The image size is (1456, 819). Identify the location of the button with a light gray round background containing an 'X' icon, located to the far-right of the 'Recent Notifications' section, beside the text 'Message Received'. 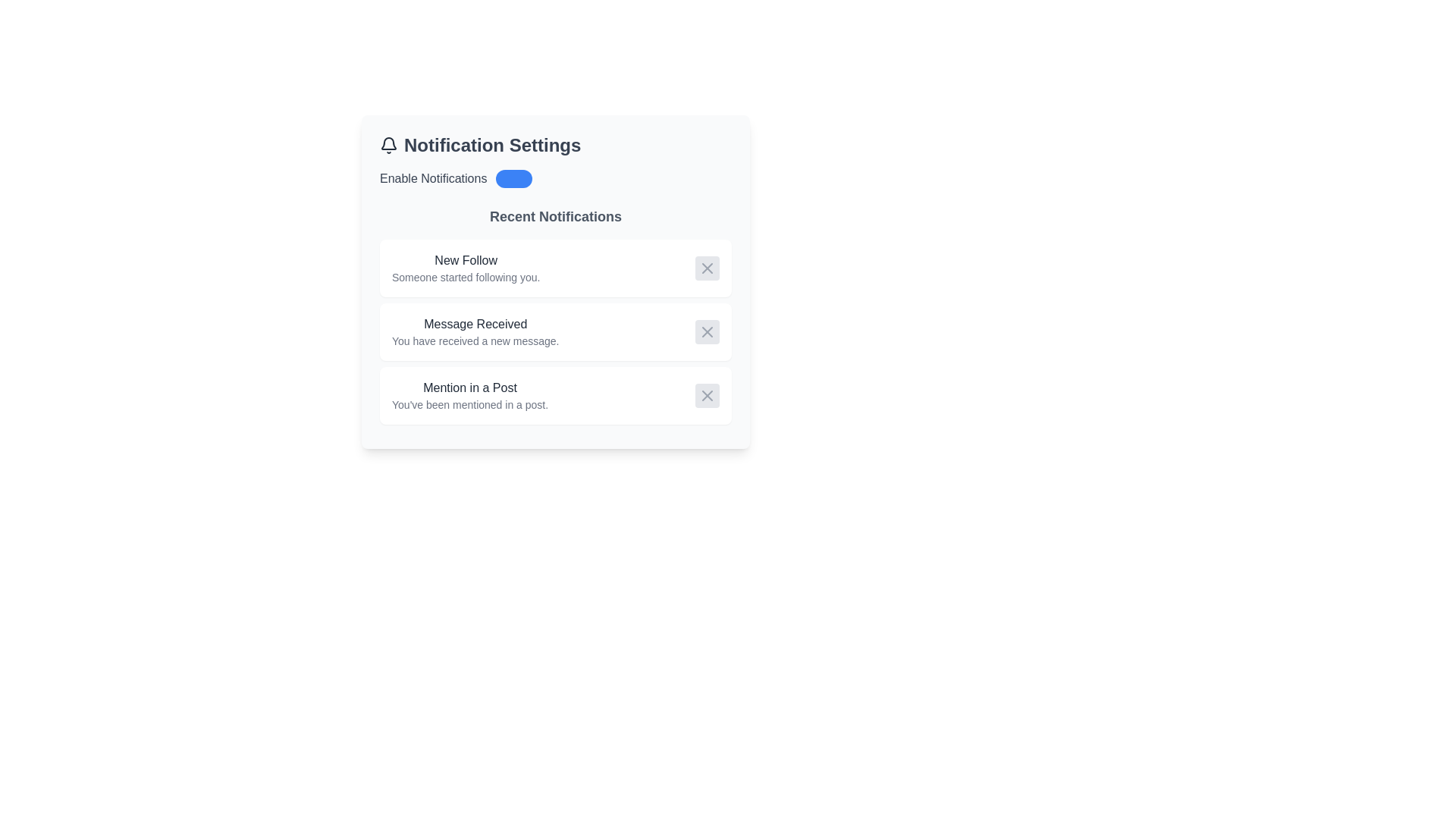
(706, 331).